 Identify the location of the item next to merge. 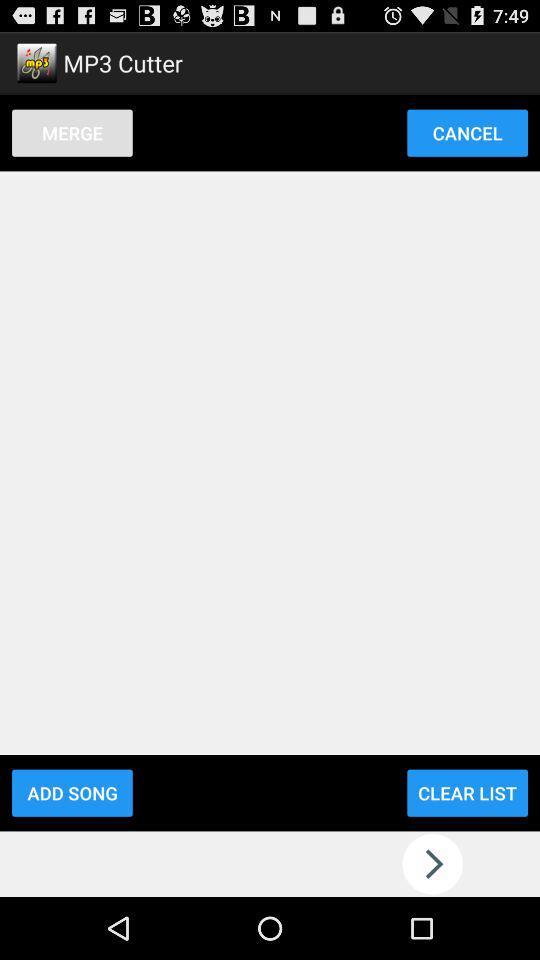
(467, 131).